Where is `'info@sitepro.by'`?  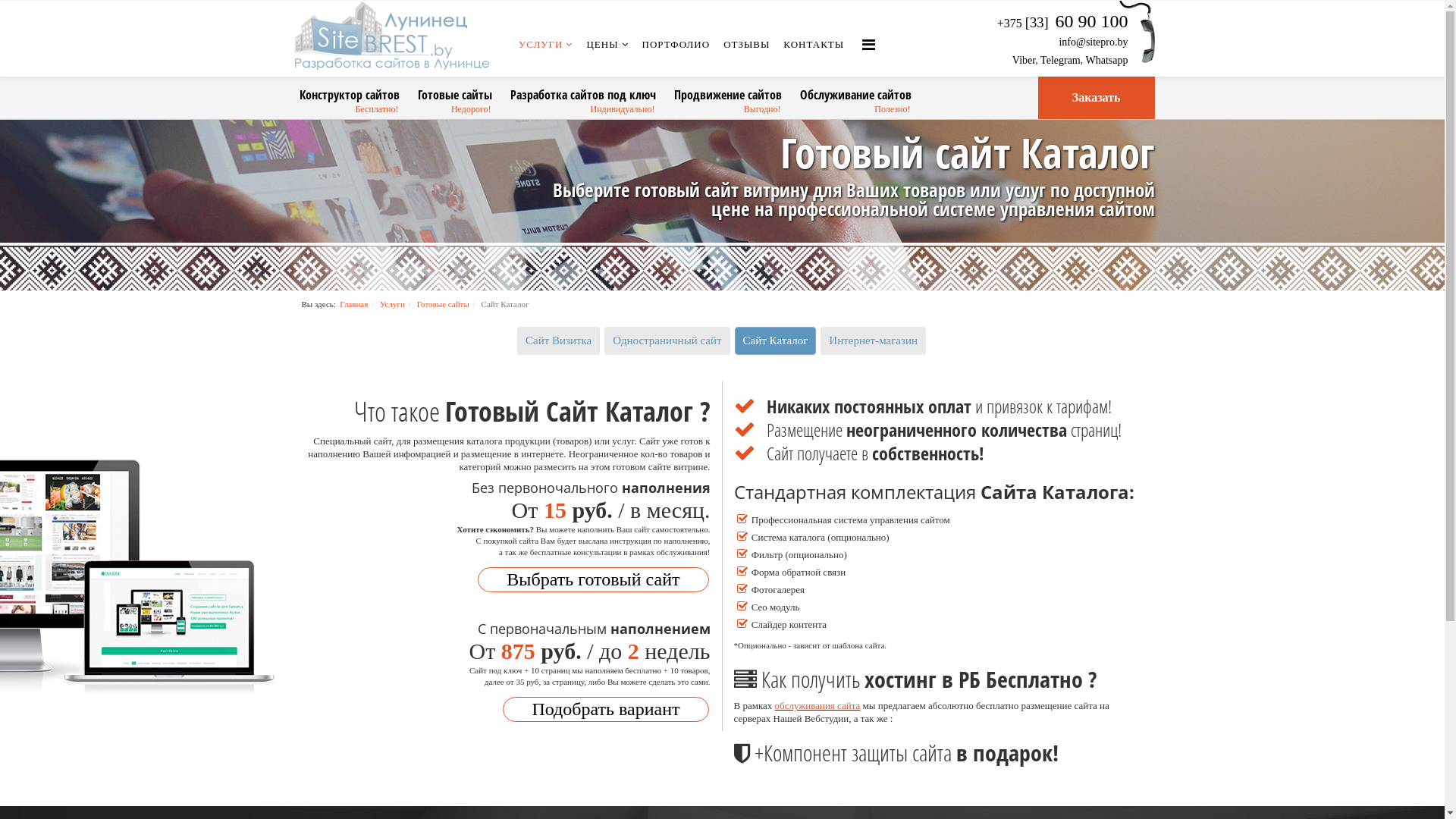
'info@sitepro.by' is located at coordinates (1058, 41).